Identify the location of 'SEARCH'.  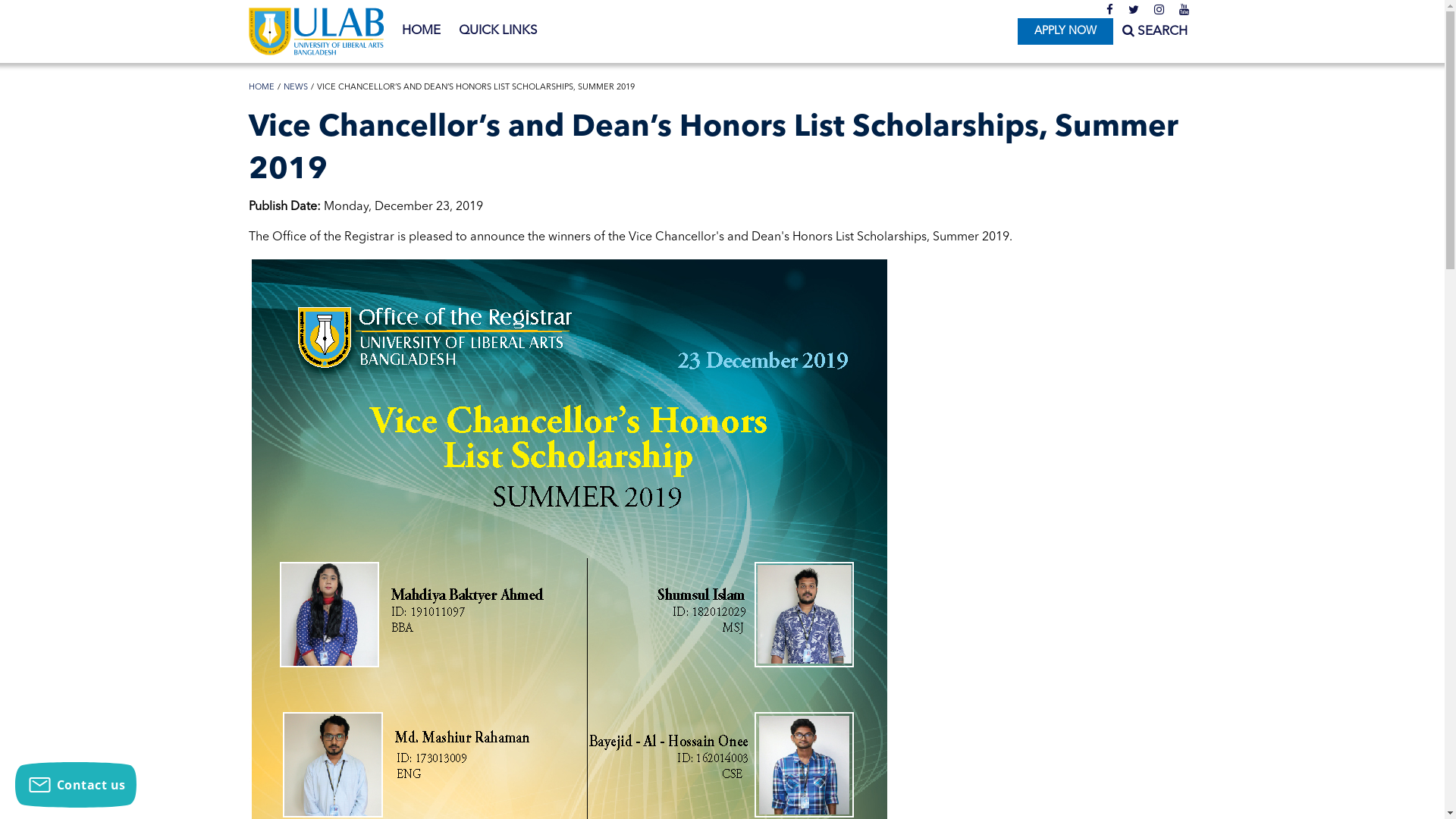
(1153, 31).